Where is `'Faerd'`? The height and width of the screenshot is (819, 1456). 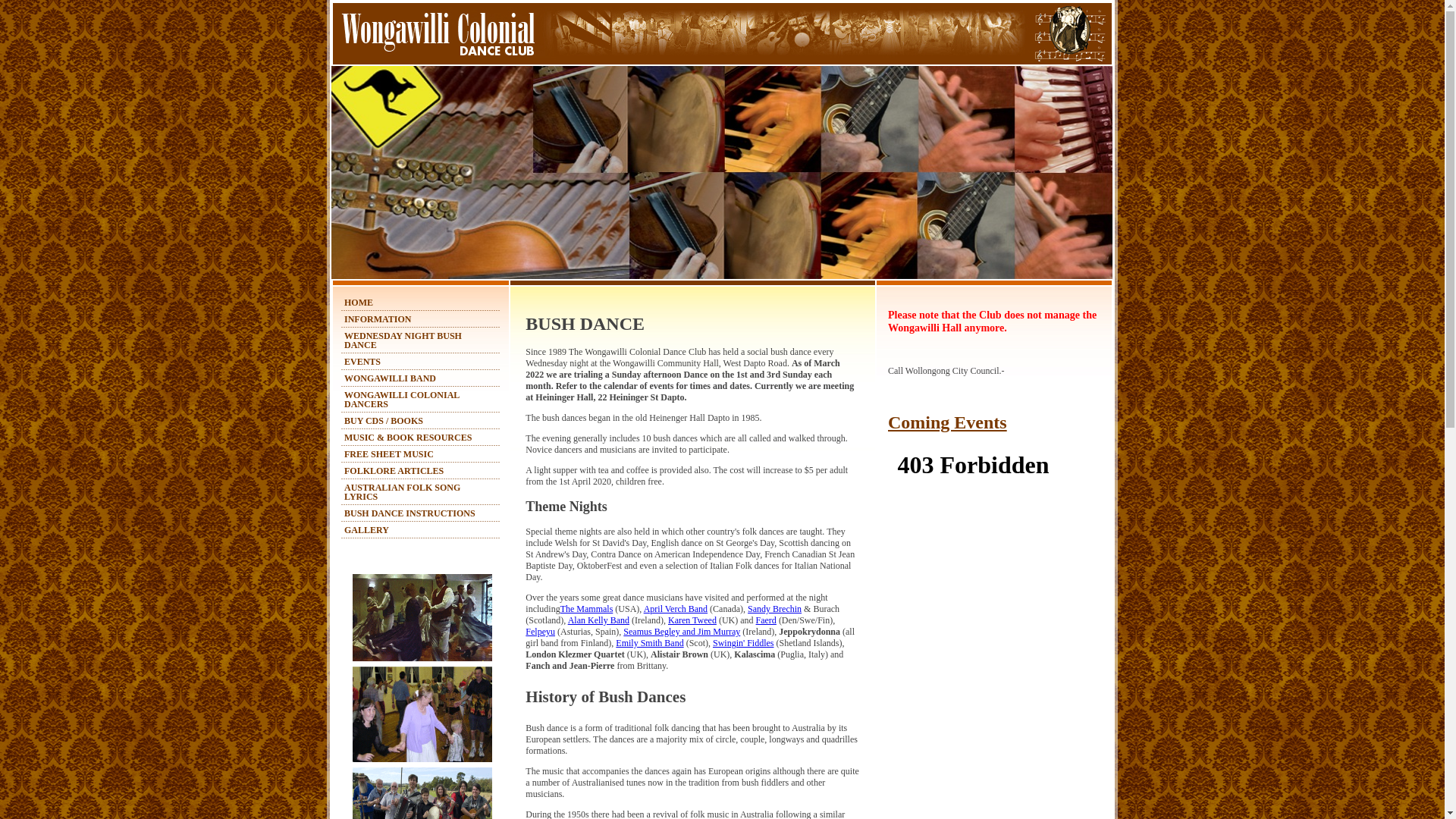
'Faerd' is located at coordinates (766, 620).